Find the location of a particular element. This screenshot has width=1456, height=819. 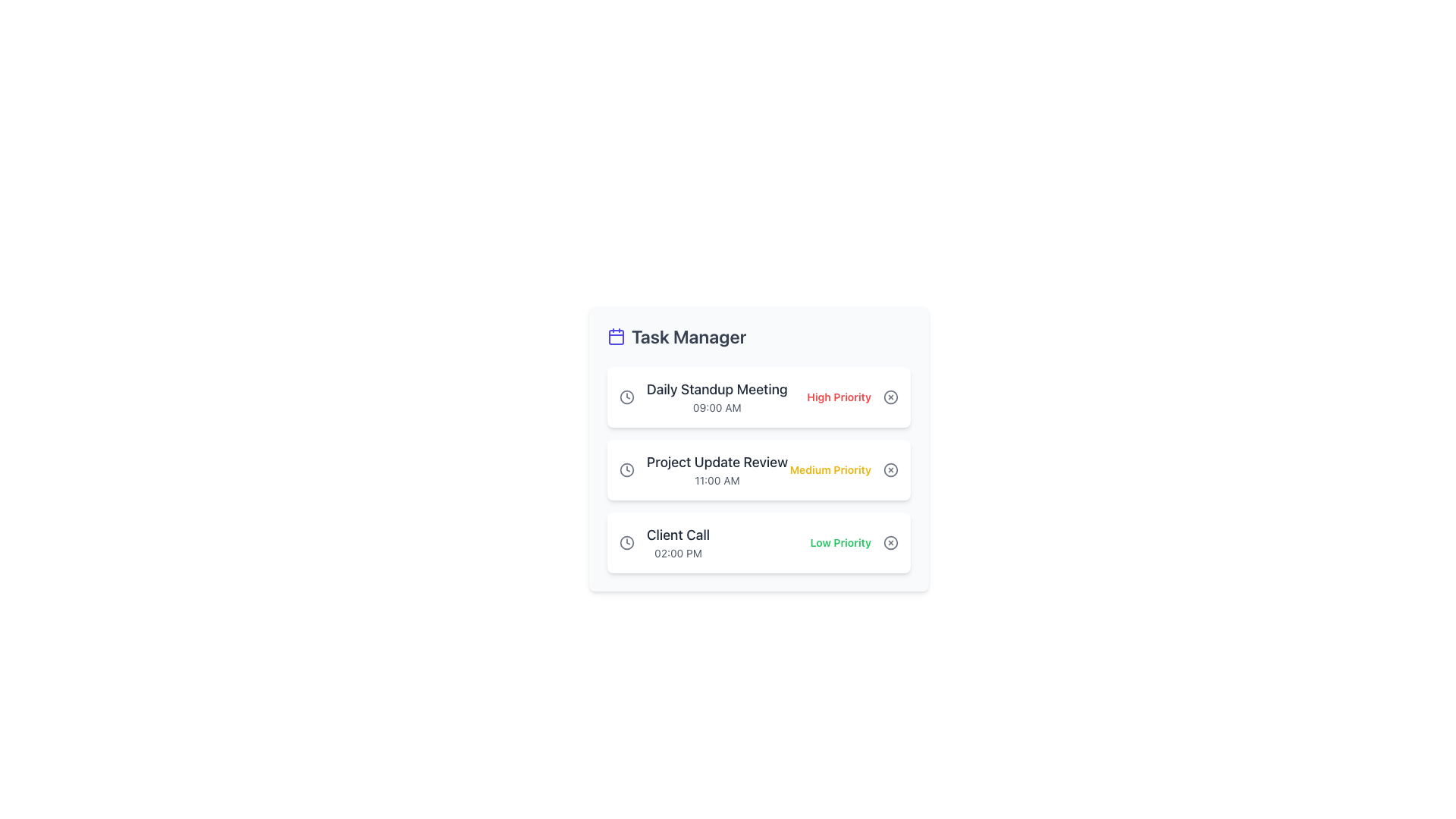

the scheduled task element for 'Client Call' at '02:00 PM' located in the third task card under the 'Task Manager' heading is located at coordinates (664, 542).